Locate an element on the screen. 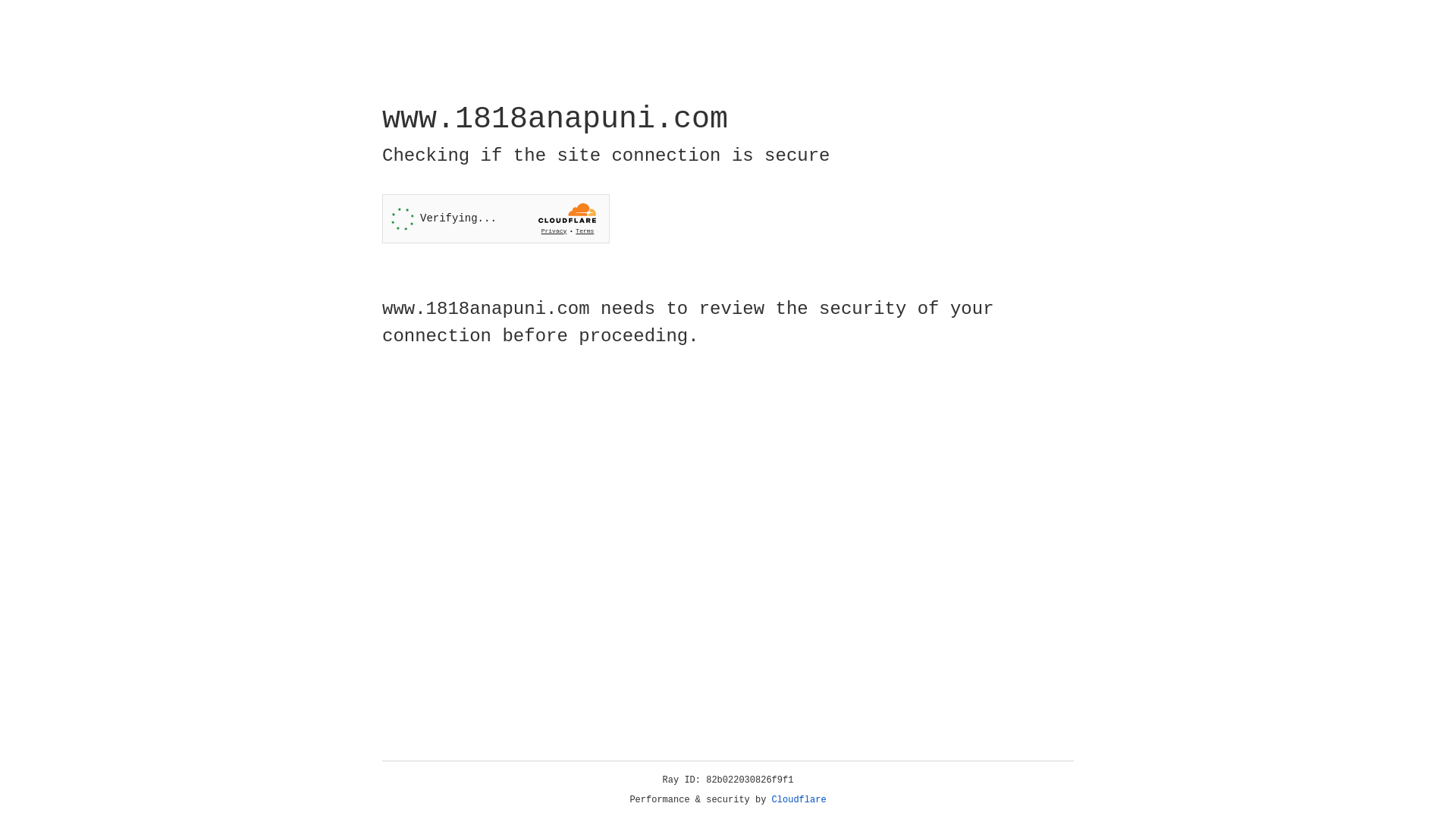 Image resolution: width=1456 pixels, height=819 pixels. 'Widget containing a Cloudflare security challenge' is located at coordinates (495, 218).